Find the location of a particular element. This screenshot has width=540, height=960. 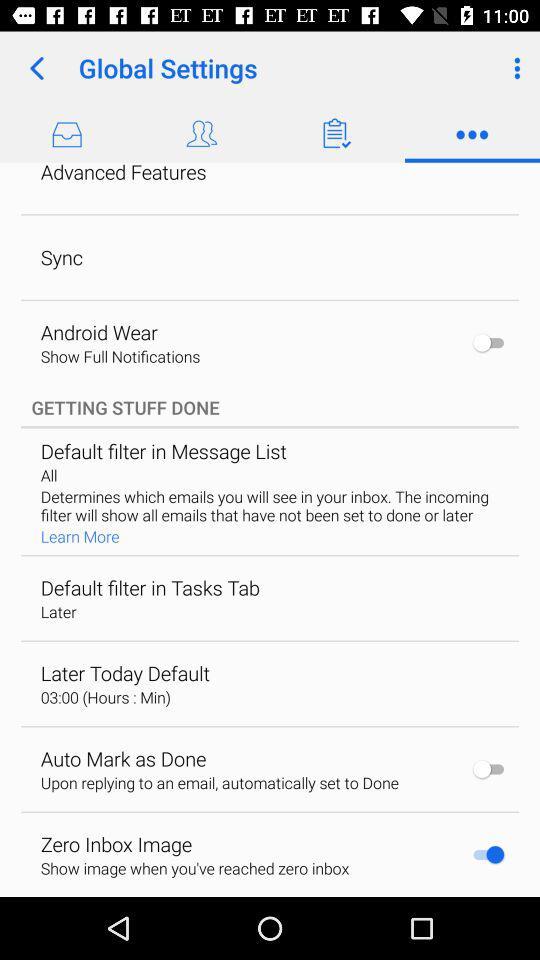

android wear item is located at coordinates (98, 332).